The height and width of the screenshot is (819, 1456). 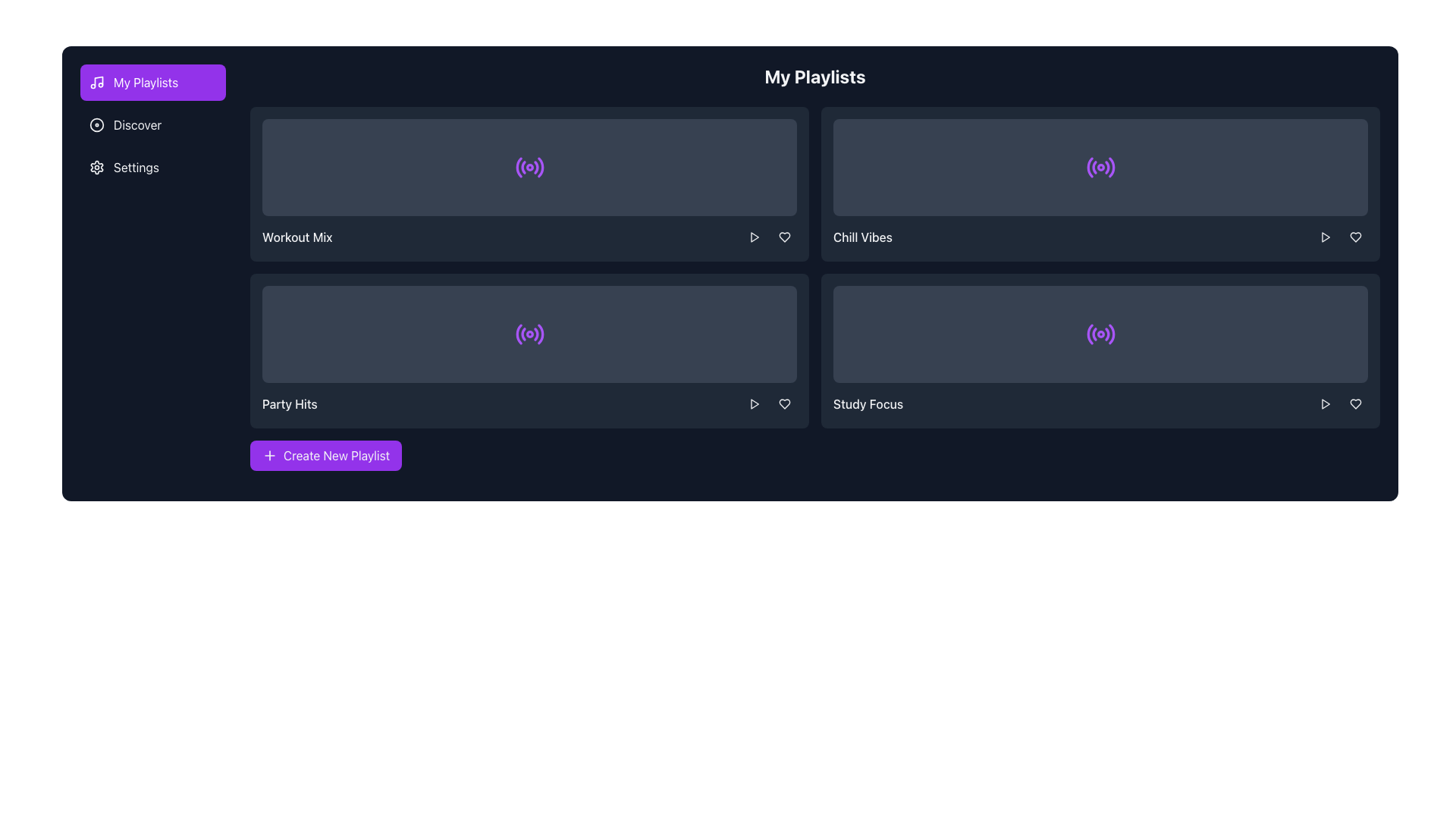 What do you see at coordinates (1111, 333) in the screenshot?
I see `the thick purple curve forming part of the wave-like design within the circular icon on the right side of the 'Study Focus' playlist card` at bounding box center [1111, 333].